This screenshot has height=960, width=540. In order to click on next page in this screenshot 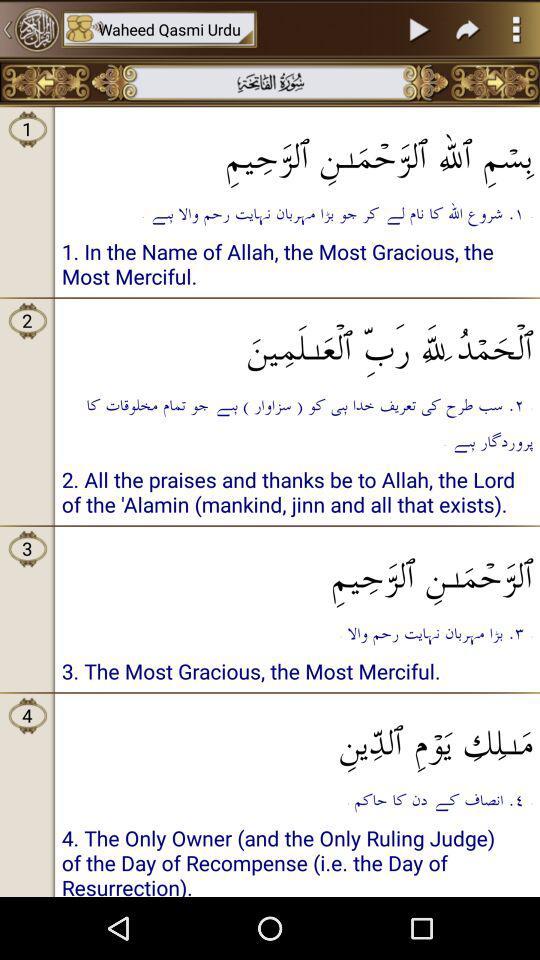, I will do `click(468, 28)`.